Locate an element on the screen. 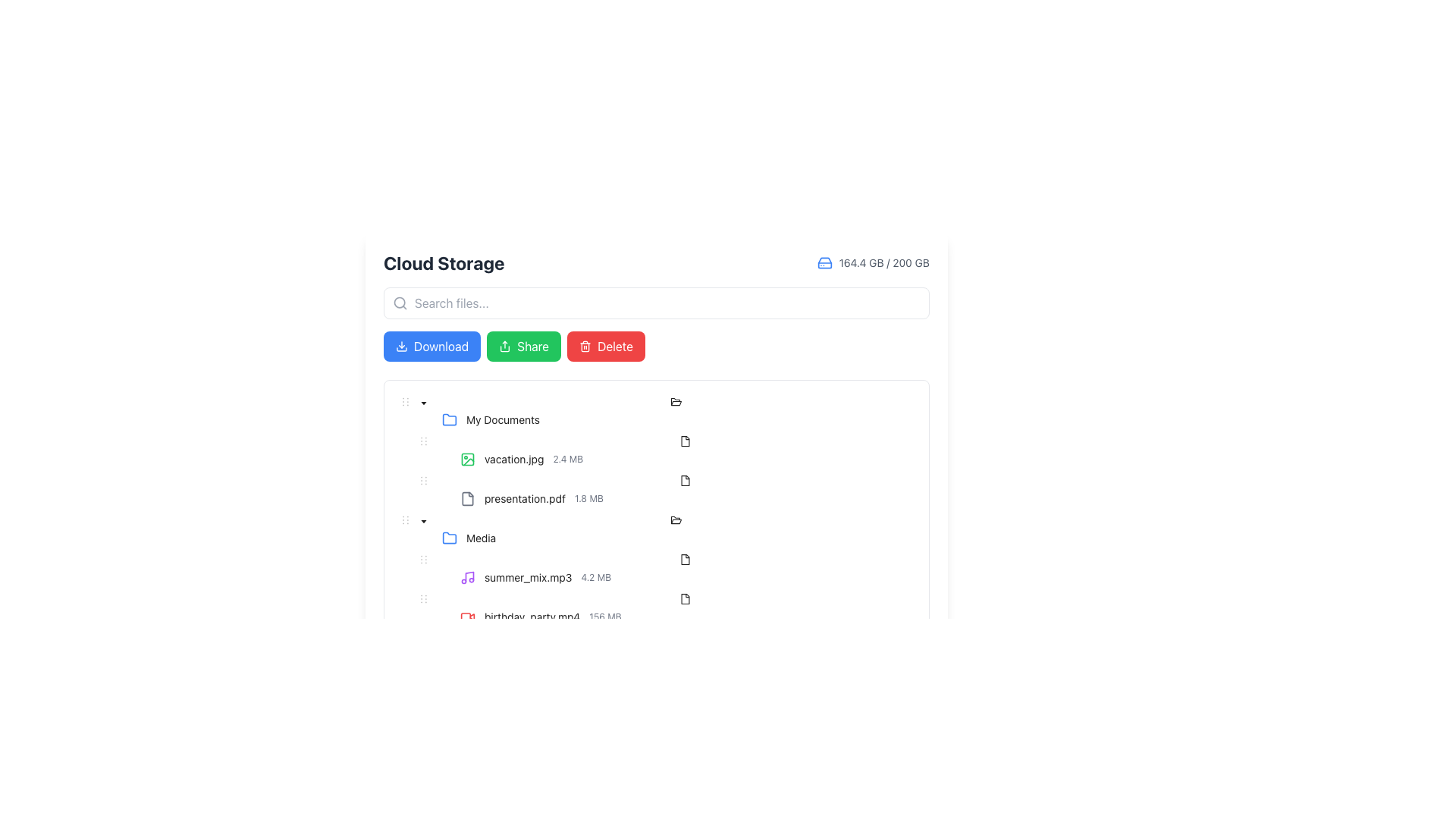  the second row in the 'My Documents' folder file listing representing the file entry 'vacation.jpg' is located at coordinates (684, 450).